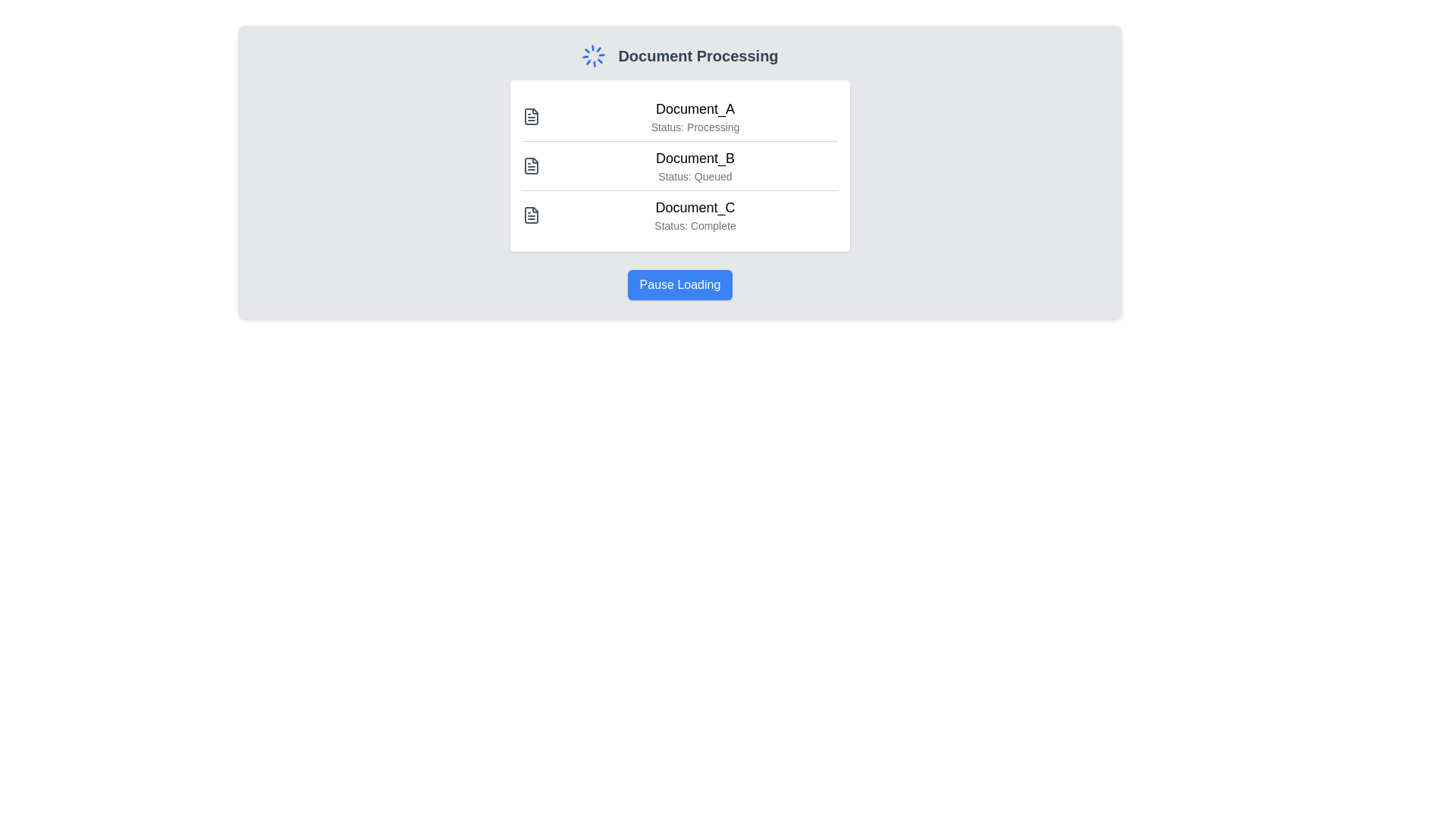  Describe the element at coordinates (694, 108) in the screenshot. I see `the text label displaying 'Document_A', which is styled as the main title within the 'Document Processing' section` at that location.